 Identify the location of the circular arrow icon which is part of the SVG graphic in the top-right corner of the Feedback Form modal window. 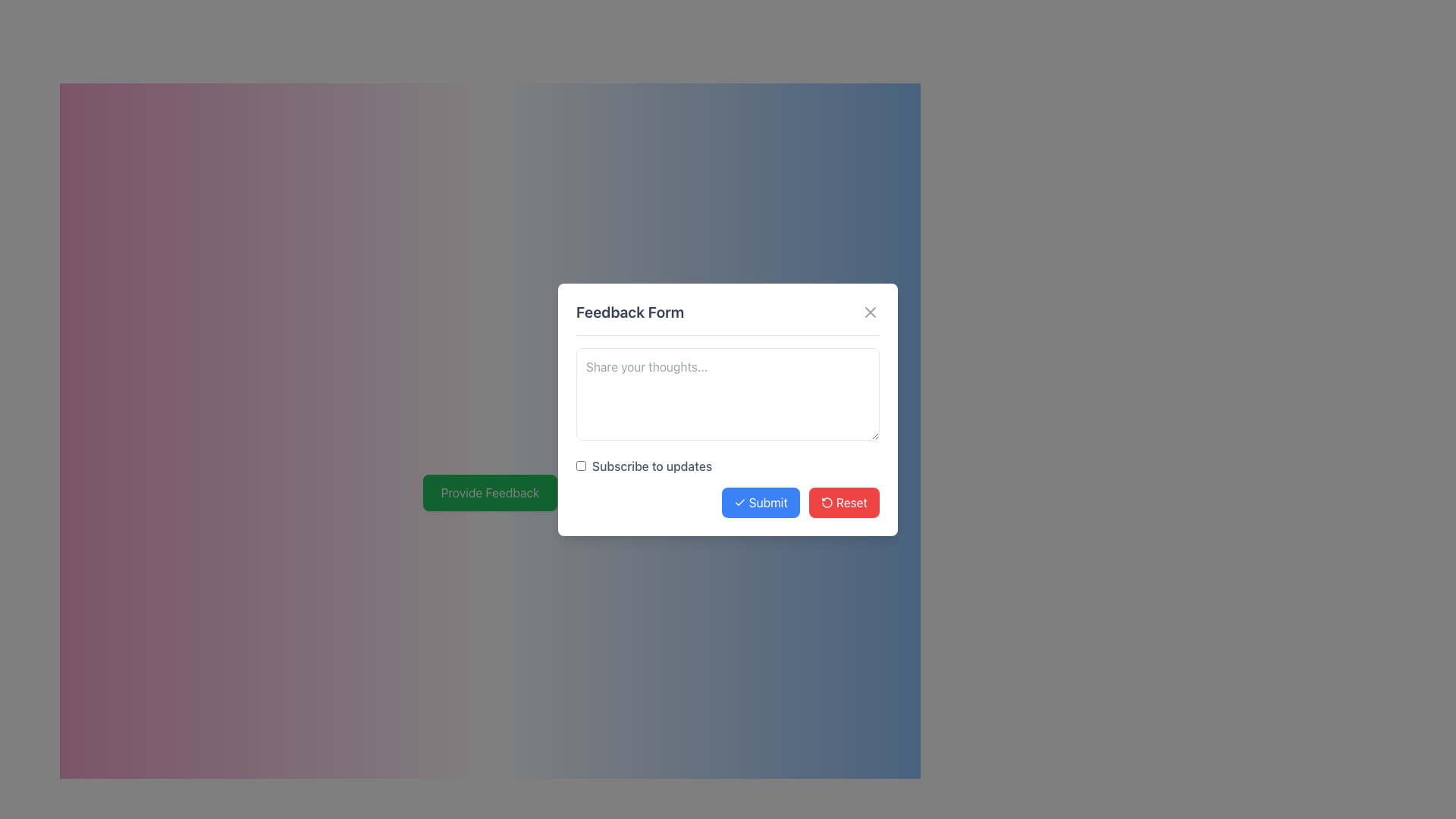
(826, 502).